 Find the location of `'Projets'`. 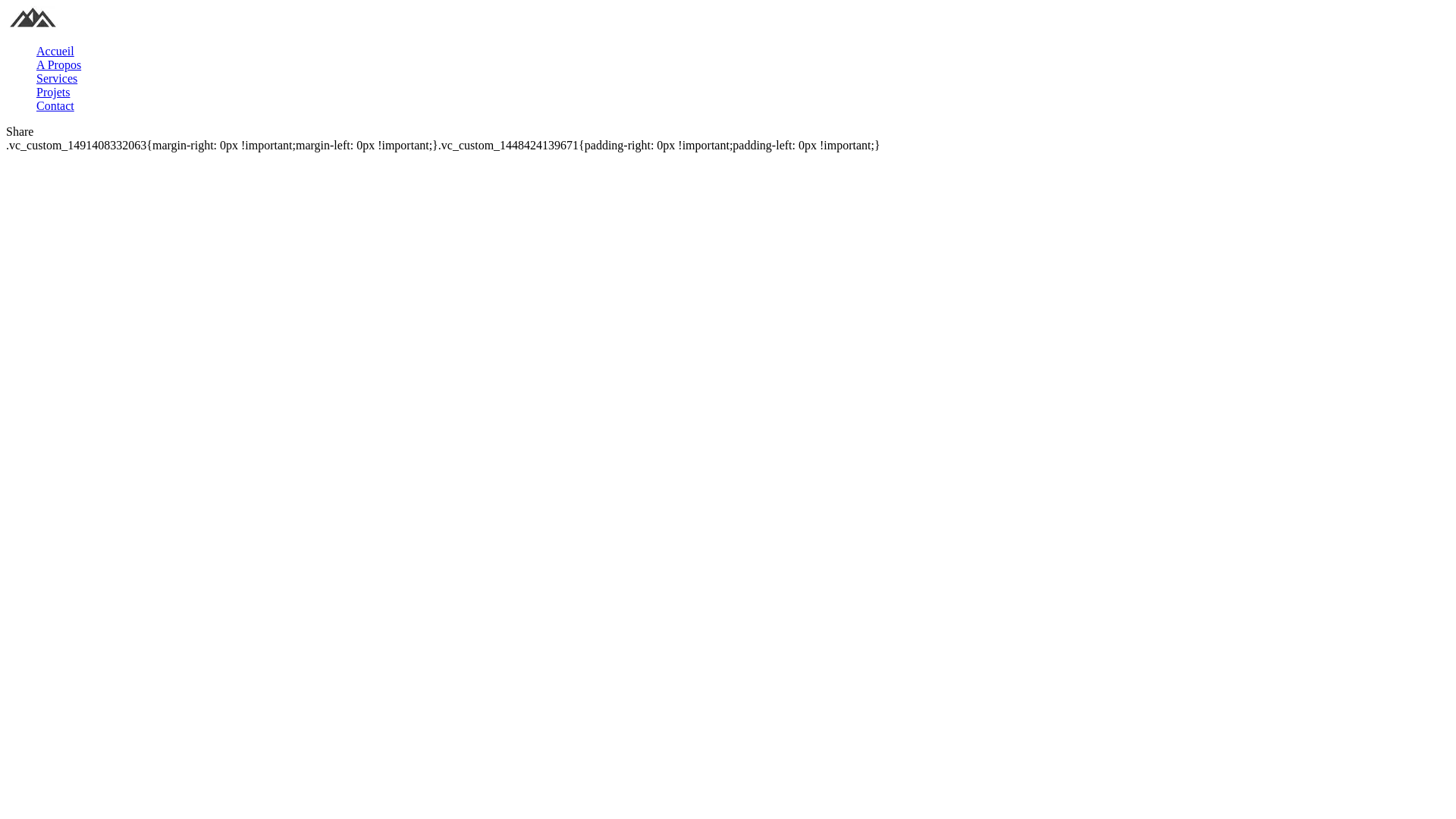

'Projets' is located at coordinates (53, 92).